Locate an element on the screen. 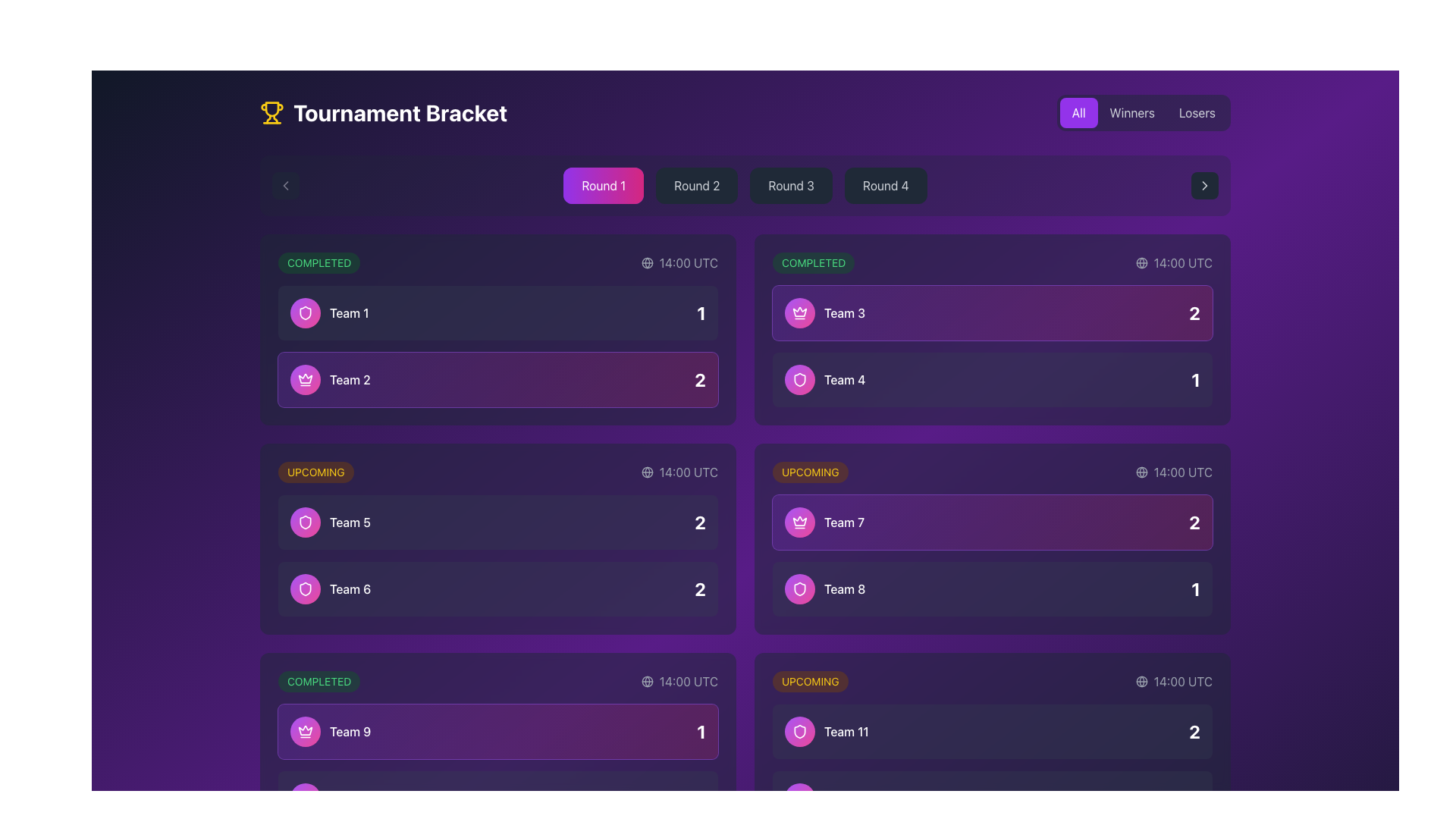  the 'Team 5' text label, which is styled with a white font color and medium weight, located prominently within its team entry card in the 'Upcoming' section is located at coordinates (349, 522).